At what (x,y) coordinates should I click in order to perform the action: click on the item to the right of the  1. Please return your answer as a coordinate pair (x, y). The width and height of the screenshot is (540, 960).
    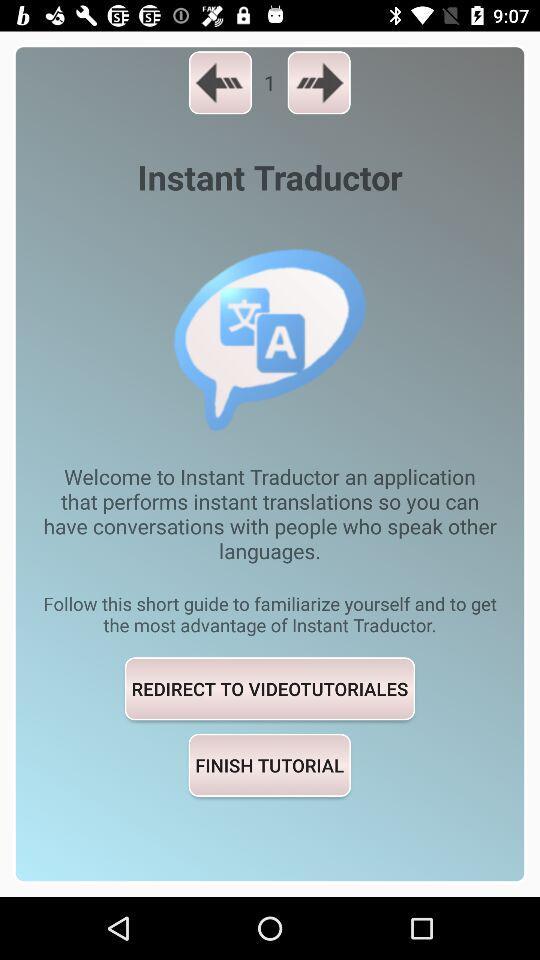
    Looking at the image, I should click on (319, 82).